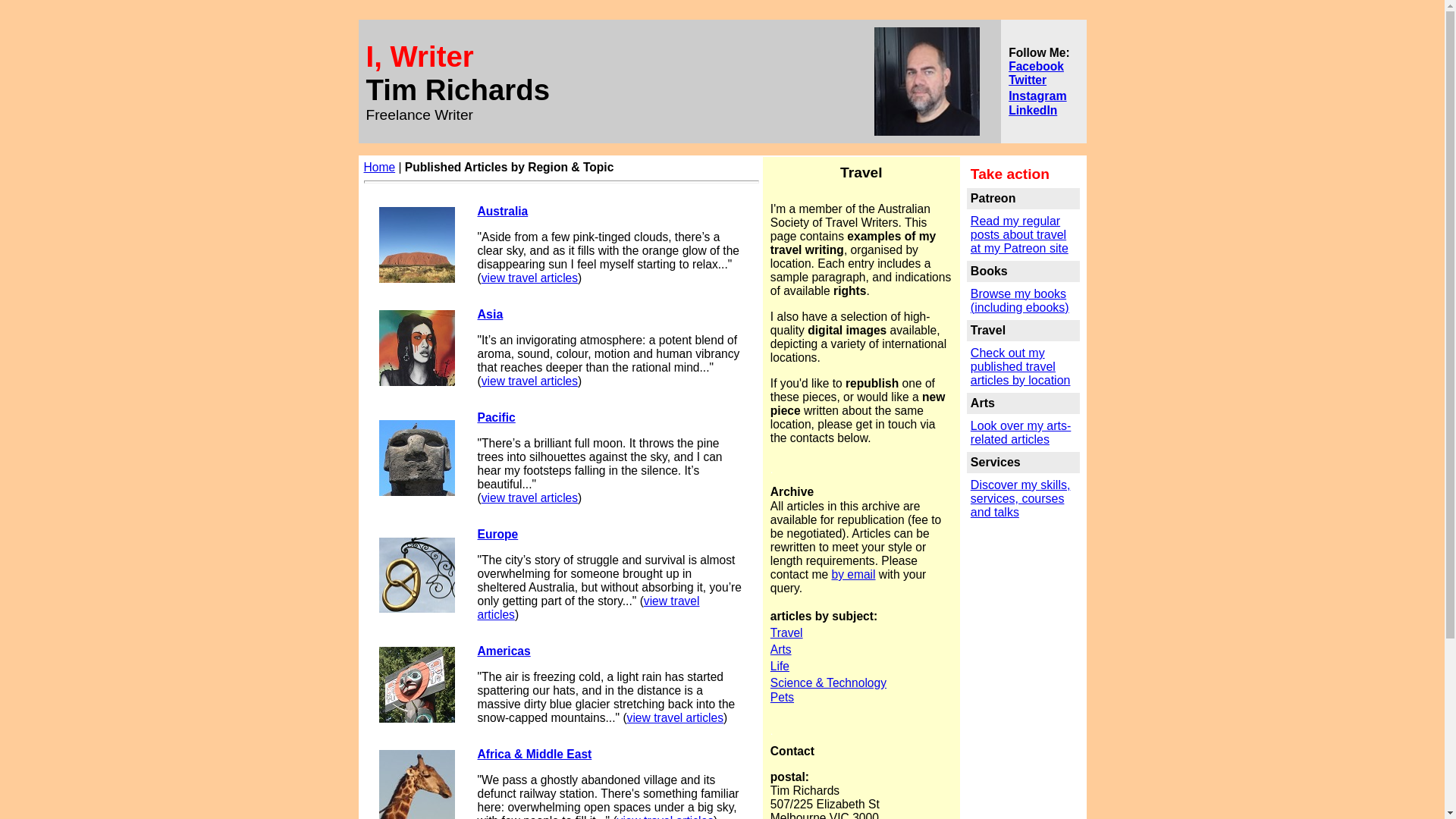 The width and height of the screenshot is (1456, 819). Describe the element at coordinates (1020, 498) in the screenshot. I see `'Discover my skills, services, courses and talks'` at that location.